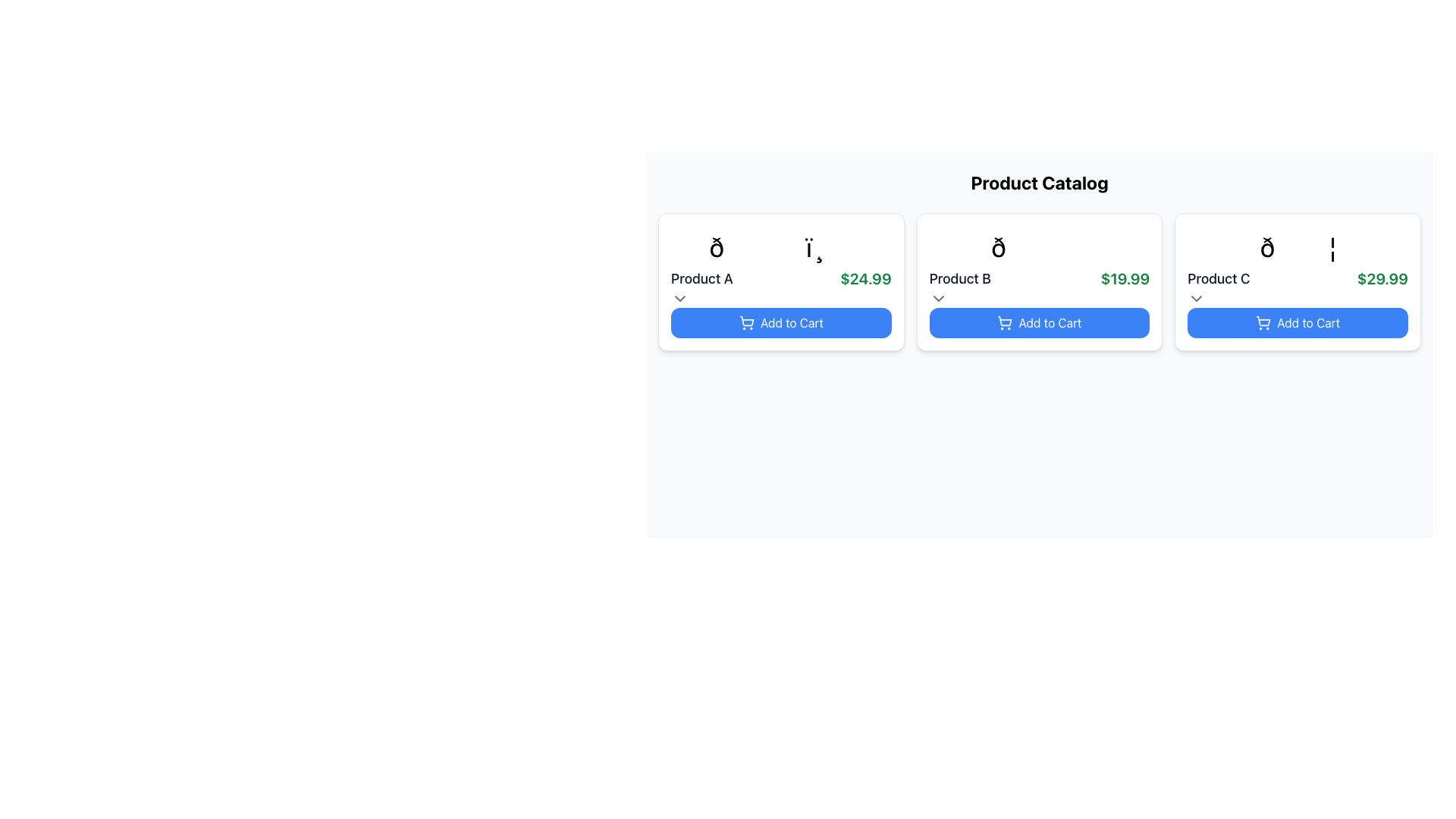 This screenshot has height=819, width=1456. What do you see at coordinates (1219, 278) in the screenshot?
I see `the Text Label that serves as the title for the product in the third card of the 'Product Catalog', positioned beneath an icon and above pricing information` at bounding box center [1219, 278].